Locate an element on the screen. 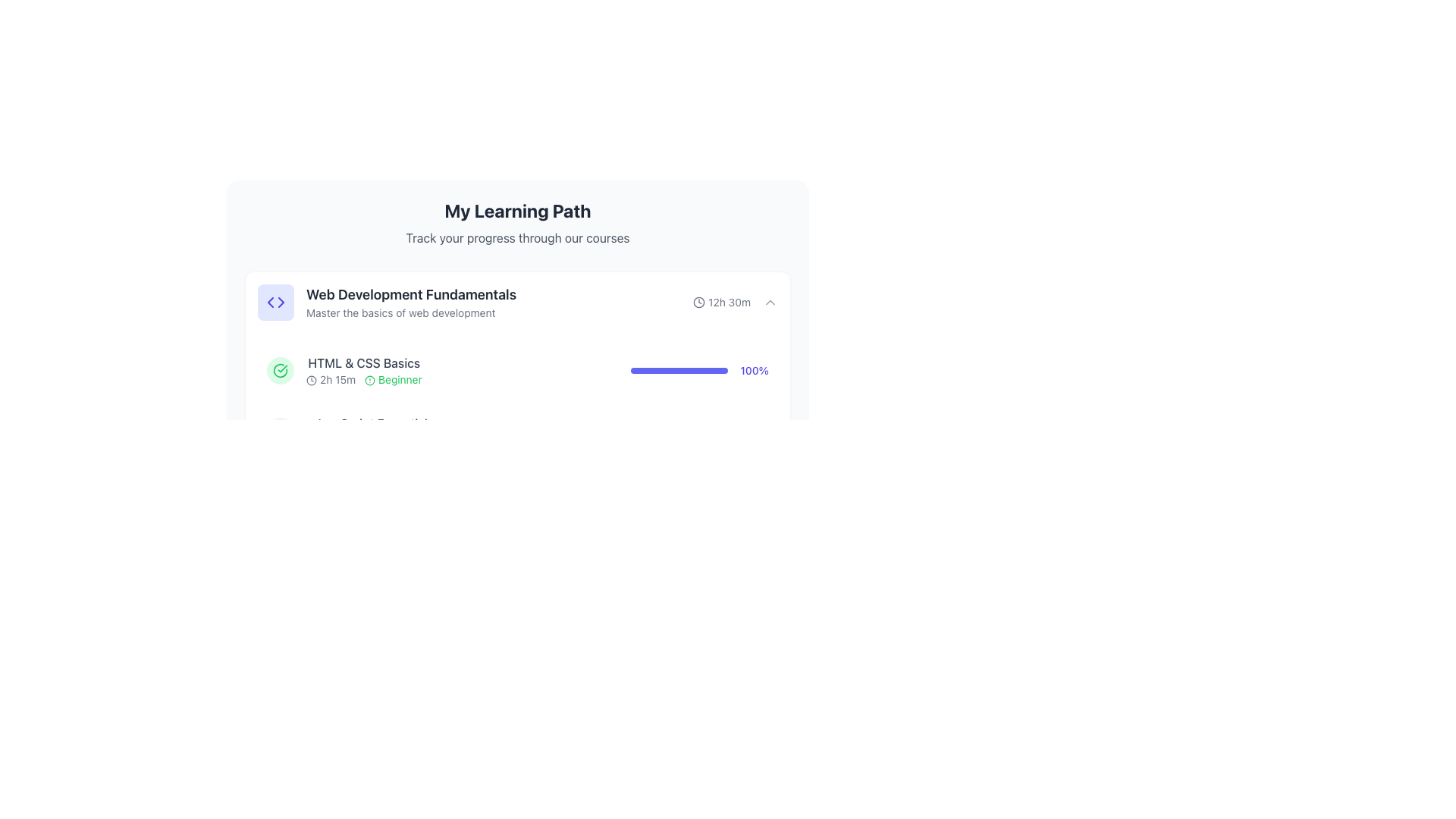 This screenshot has width=1456, height=819. the Text Label displaying 'Web Development Fundamentals', which is the primary title in bold and dark gray color at the top-left of a course item card is located at coordinates (411, 295).